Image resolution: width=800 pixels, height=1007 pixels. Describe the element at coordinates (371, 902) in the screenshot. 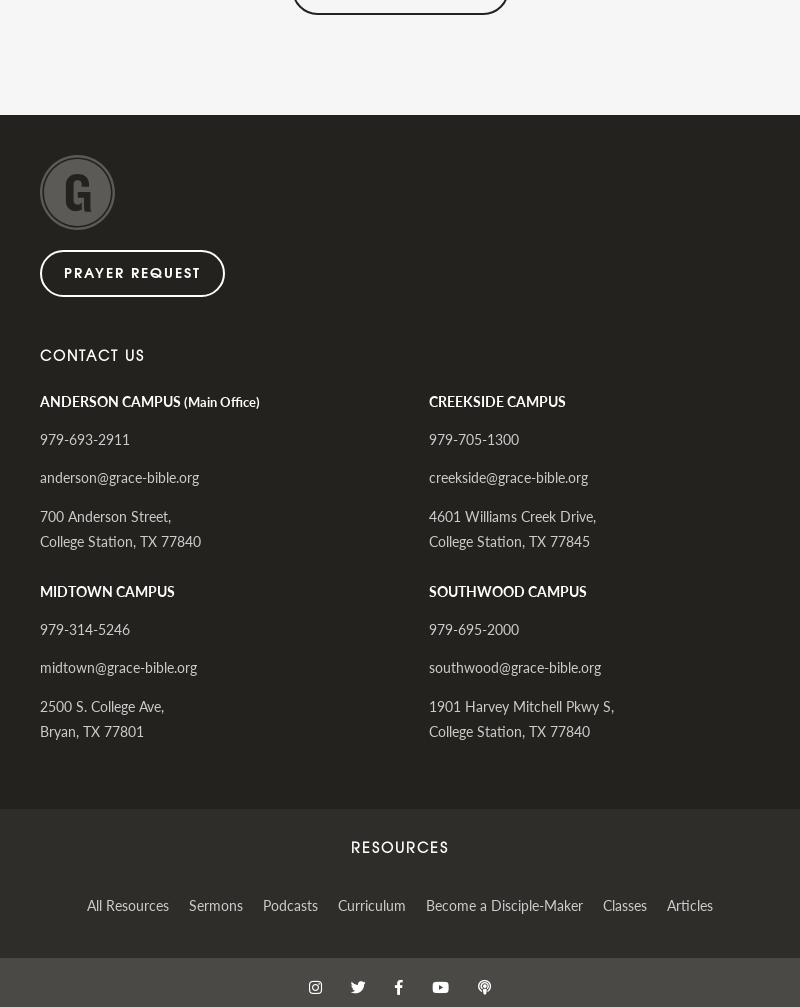

I see `'Curriculum'` at that location.